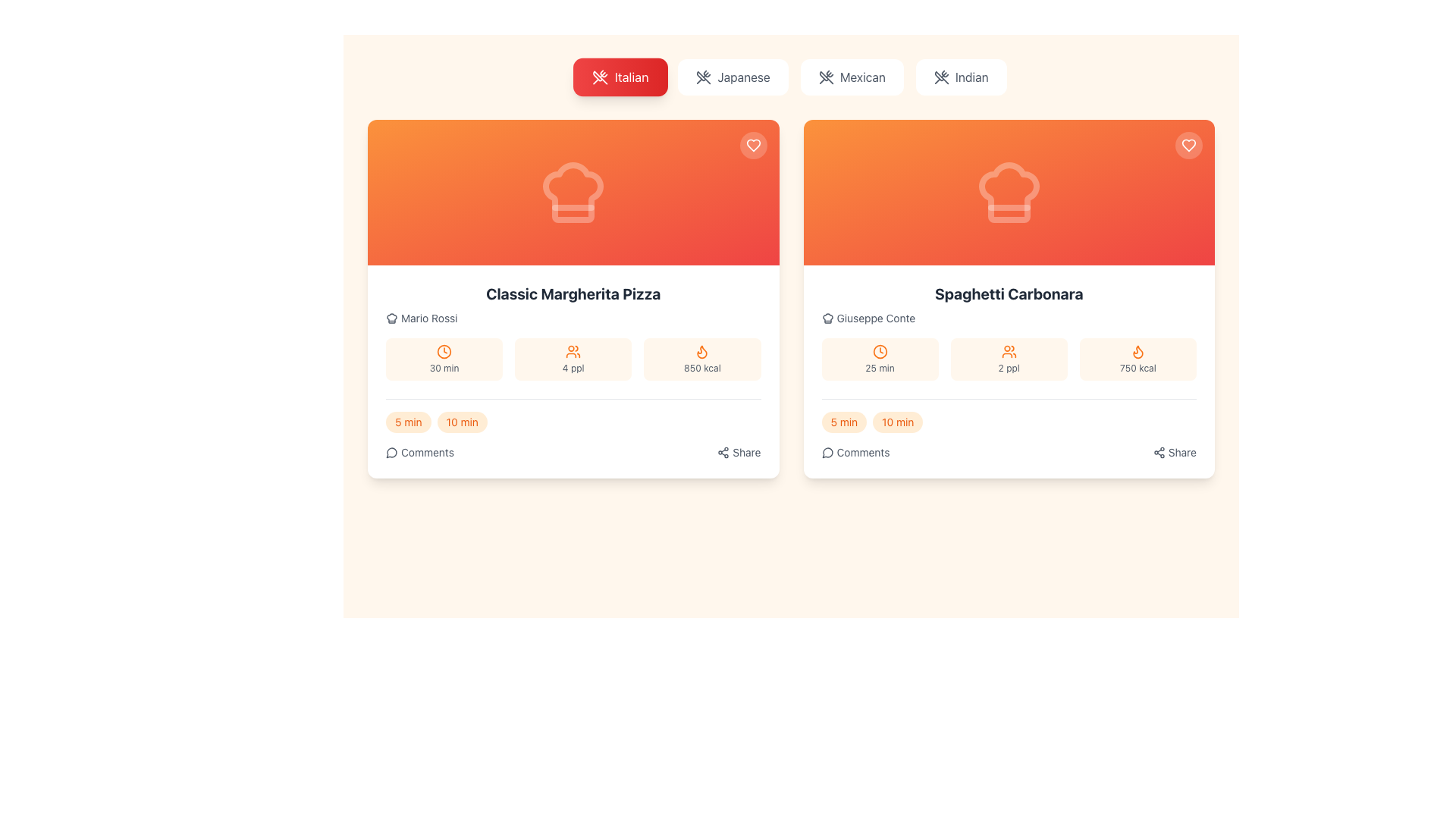 The height and width of the screenshot is (819, 1456). What do you see at coordinates (461, 422) in the screenshot?
I see `the circular badge button with a light orange background displaying '10 min'` at bounding box center [461, 422].